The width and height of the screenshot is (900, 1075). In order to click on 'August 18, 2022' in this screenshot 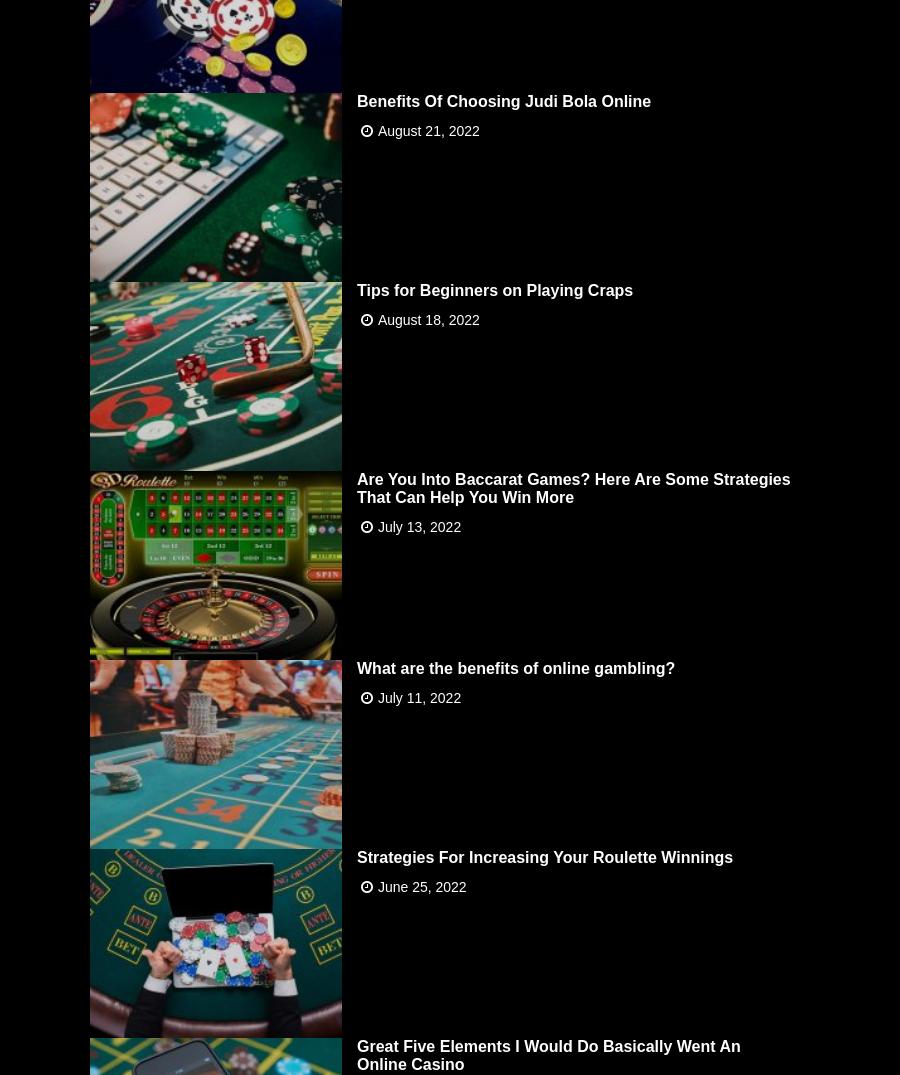, I will do `click(428, 316)`.